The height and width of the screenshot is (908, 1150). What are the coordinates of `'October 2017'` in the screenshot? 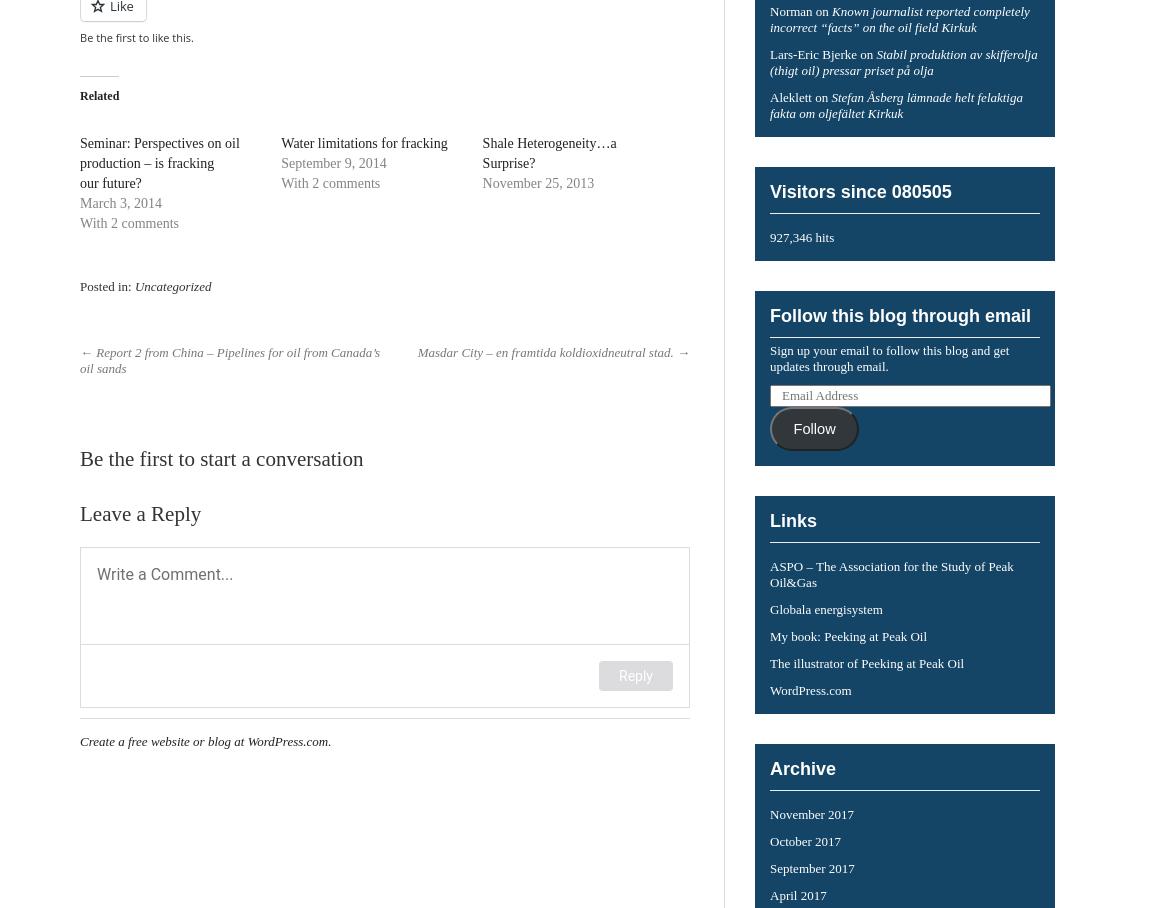 It's located at (804, 839).